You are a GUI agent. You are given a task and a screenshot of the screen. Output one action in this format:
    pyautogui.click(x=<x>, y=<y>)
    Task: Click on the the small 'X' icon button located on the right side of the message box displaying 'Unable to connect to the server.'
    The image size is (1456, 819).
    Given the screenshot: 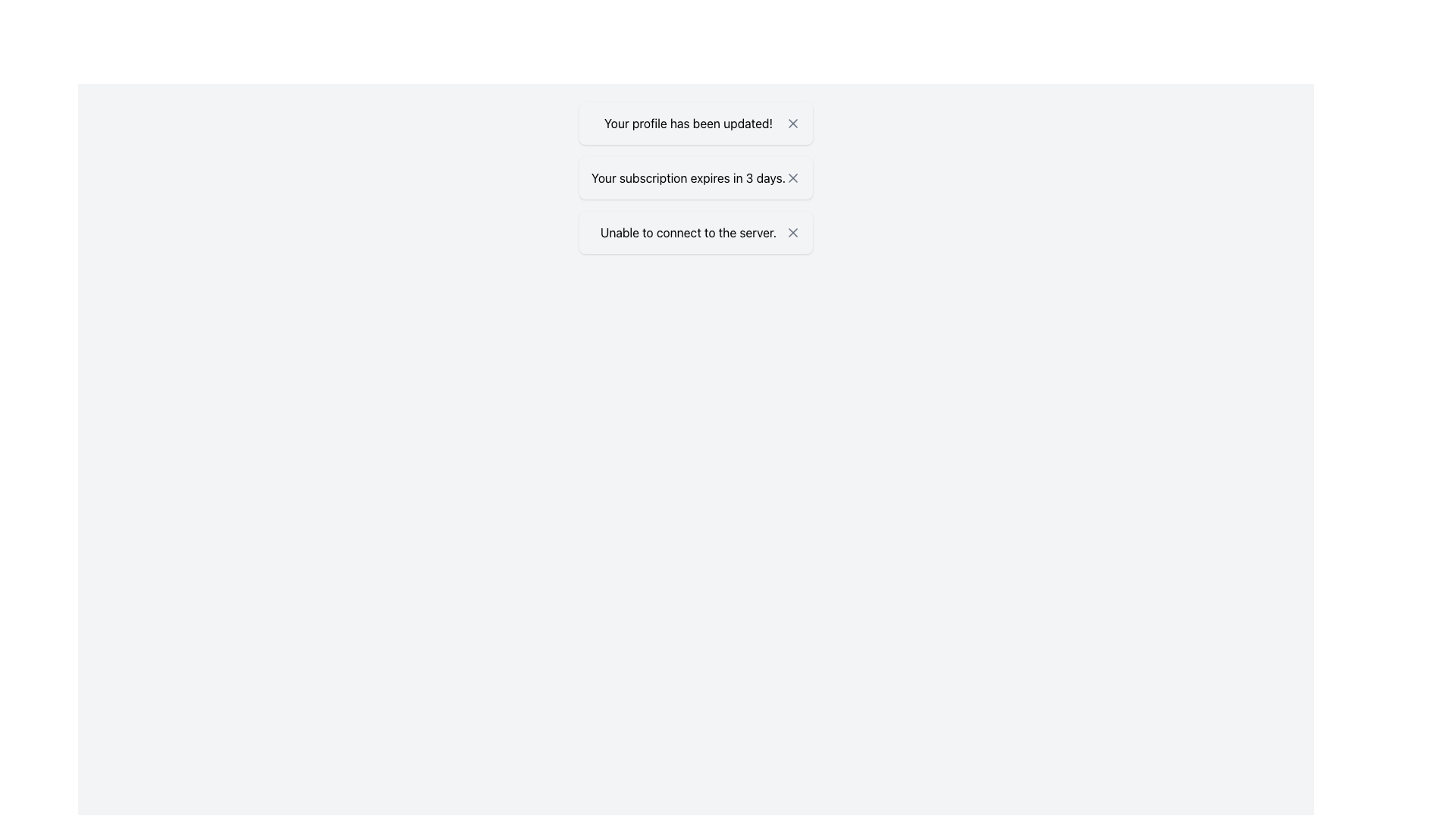 What is the action you would take?
    pyautogui.click(x=792, y=233)
    